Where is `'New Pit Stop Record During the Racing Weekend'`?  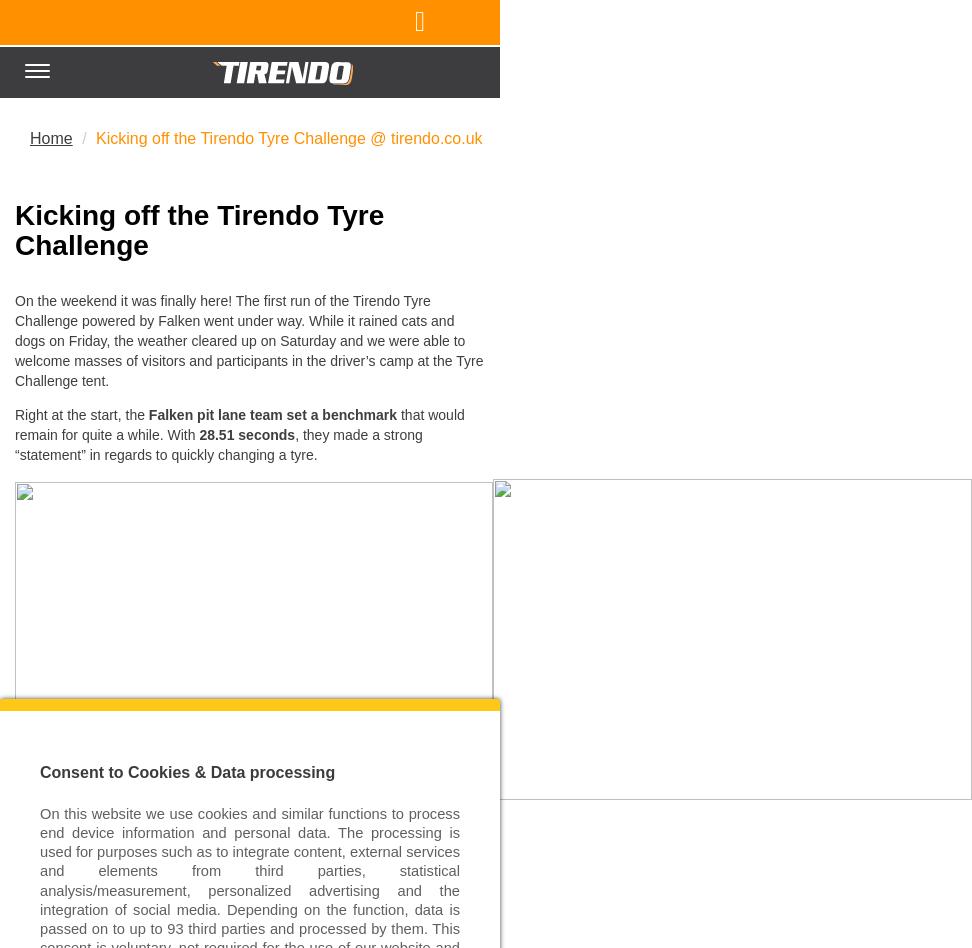 'New Pit Stop Record During the Racing Weekend' is located at coordinates (246, 813).